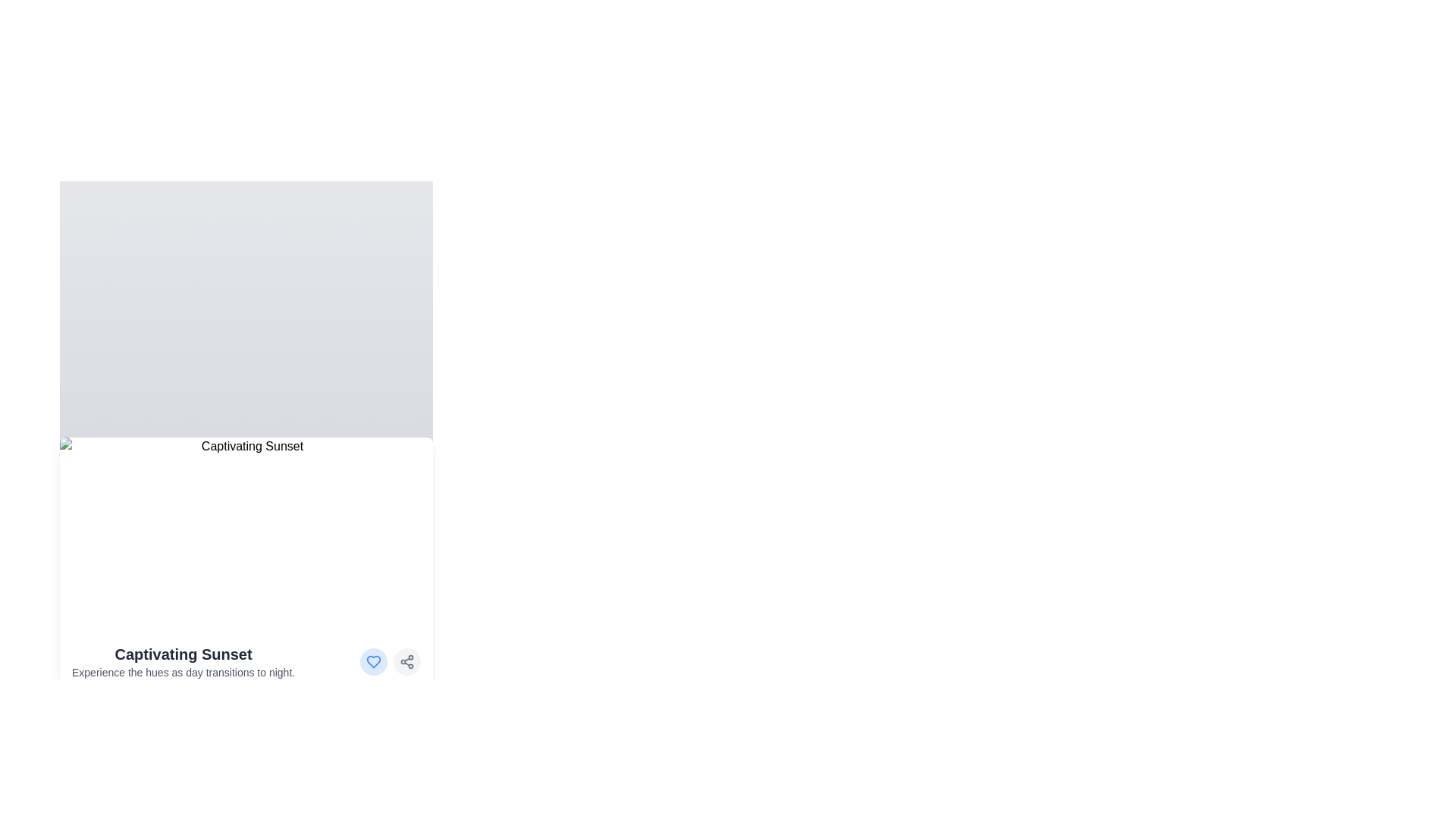 The height and width of the screenshot is (819, 1456). What do you see at coordinates (183, 661) in the screenshot?
I see `the text block titled 'Captivating Sunset'` at bounding box center [183, 661].